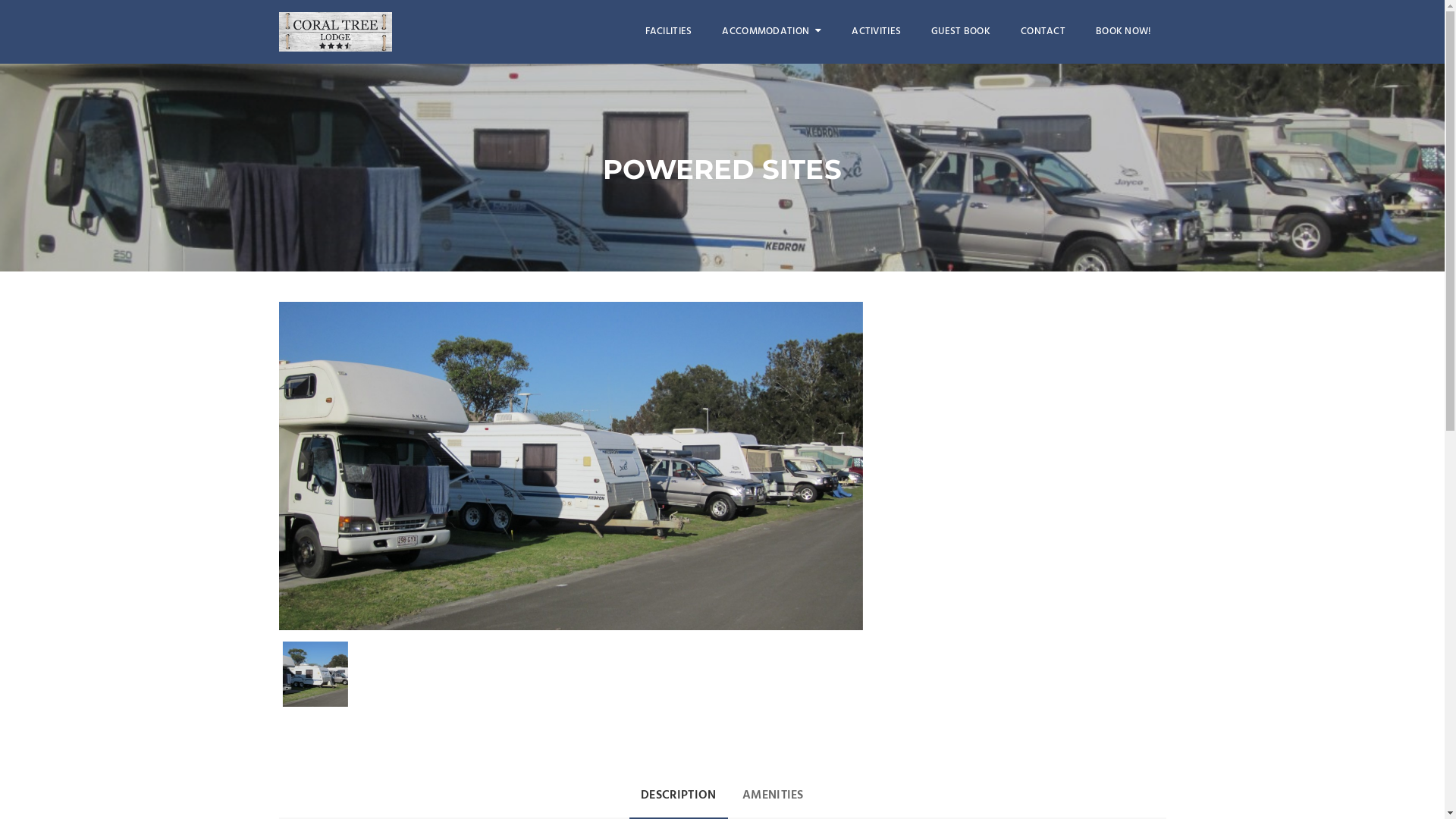 This screenshot has height=819, width=1456. I want to click on 'GUEST BOOK', so click(915, 32).